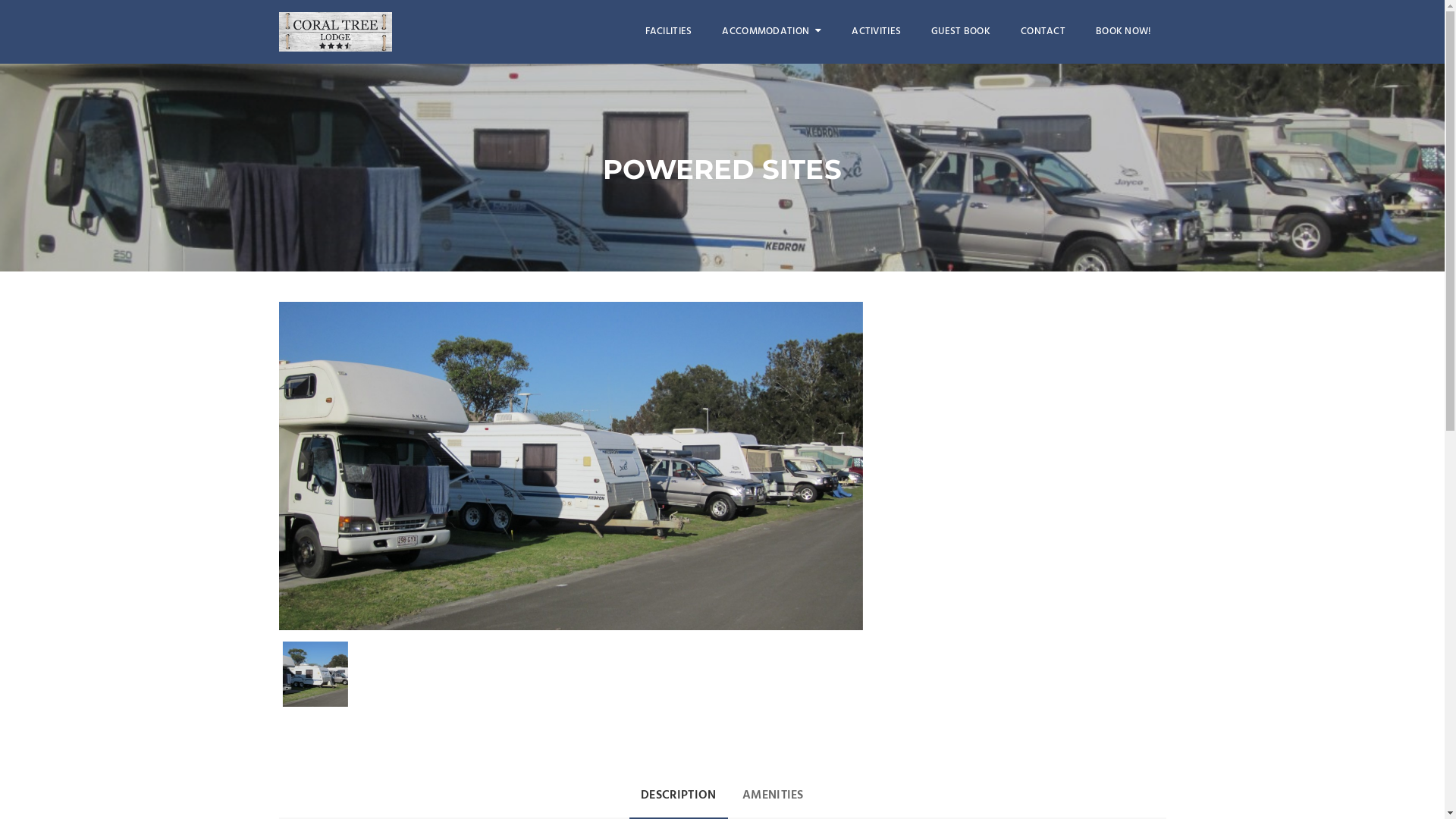 This screenshot has height=819, width=1456. I want to click on 'GUEST BOOK', so click(915, 32).